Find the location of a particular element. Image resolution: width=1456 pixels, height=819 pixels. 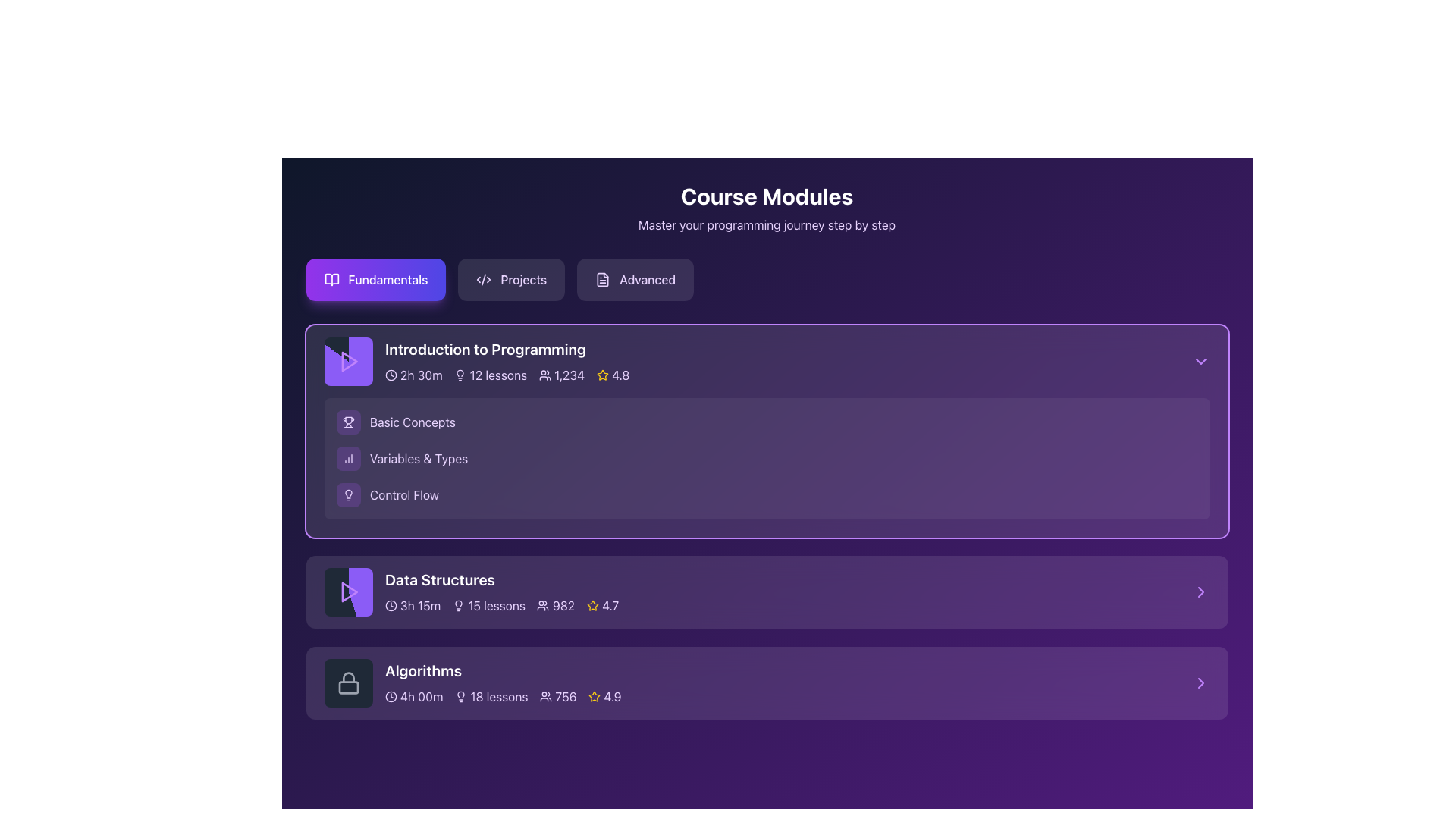

the 'Advanced' button, which contains a small graphic icon resembling a document with a text layout is located at coordinates (602, 280).